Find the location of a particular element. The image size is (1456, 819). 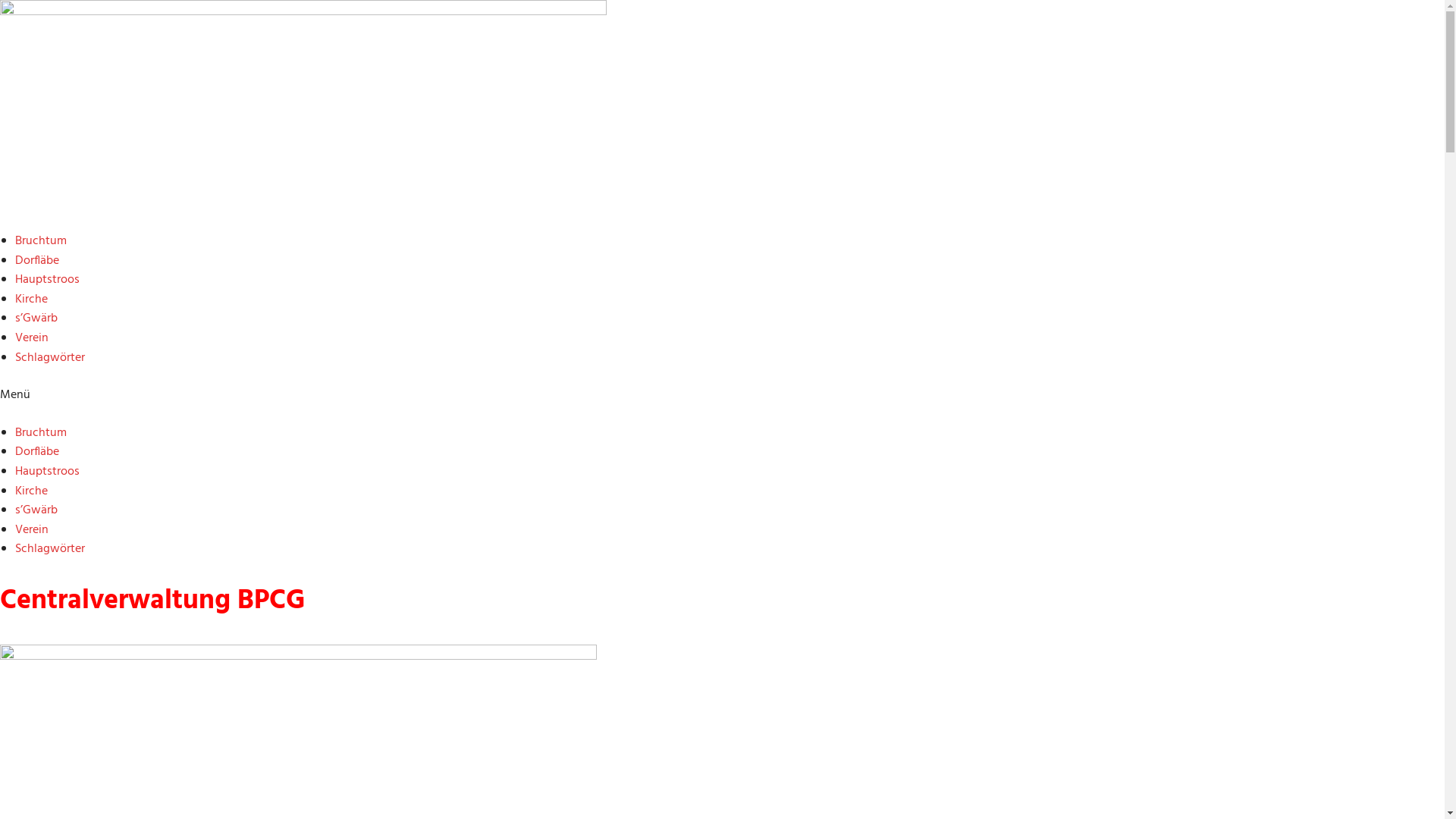

'Kirche' is located at coordinates (31, 491).